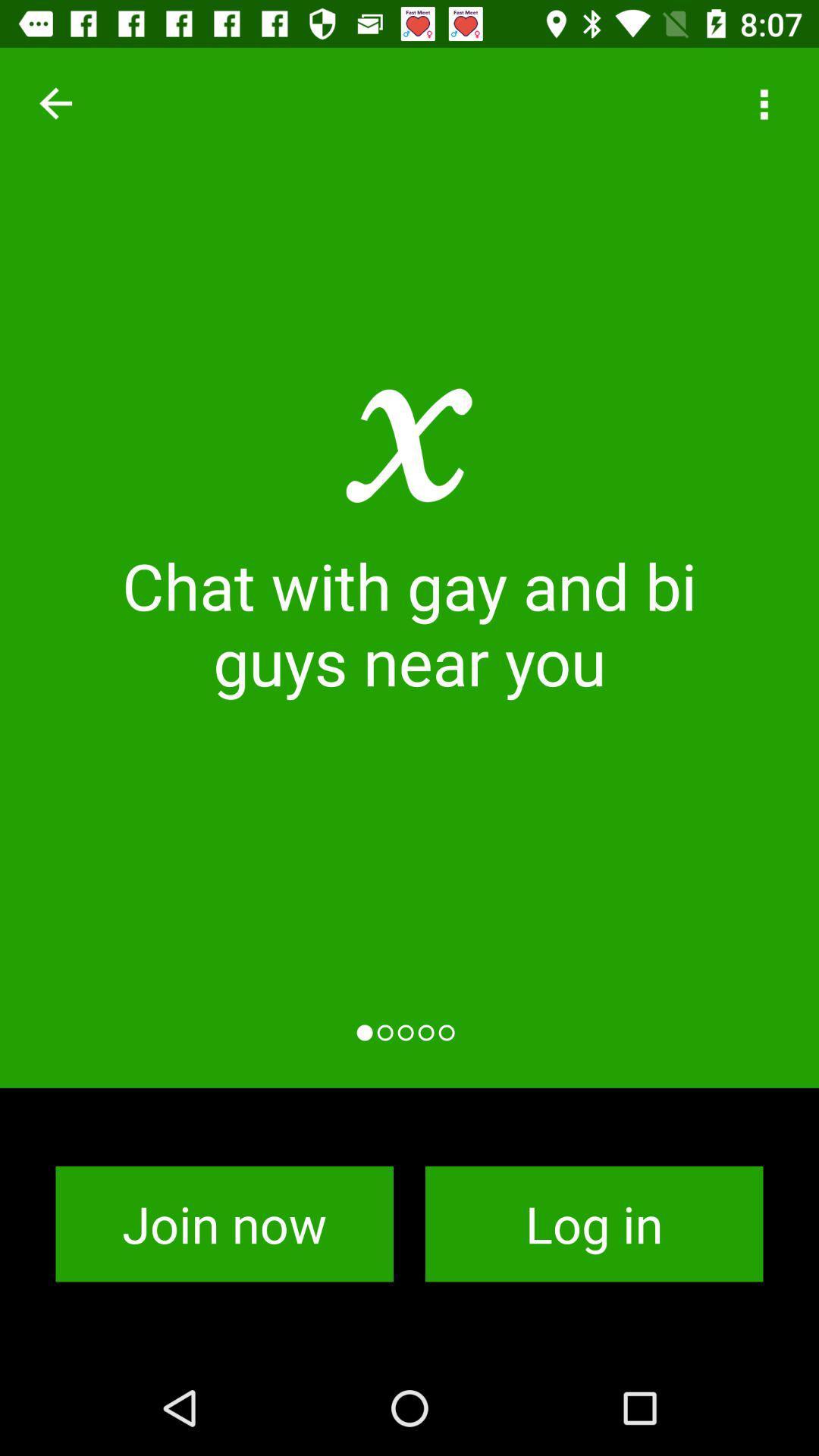  What do you see at coordinates (55, 102) in the screenshot?
I see `back page` at bounding box center [55, 102].